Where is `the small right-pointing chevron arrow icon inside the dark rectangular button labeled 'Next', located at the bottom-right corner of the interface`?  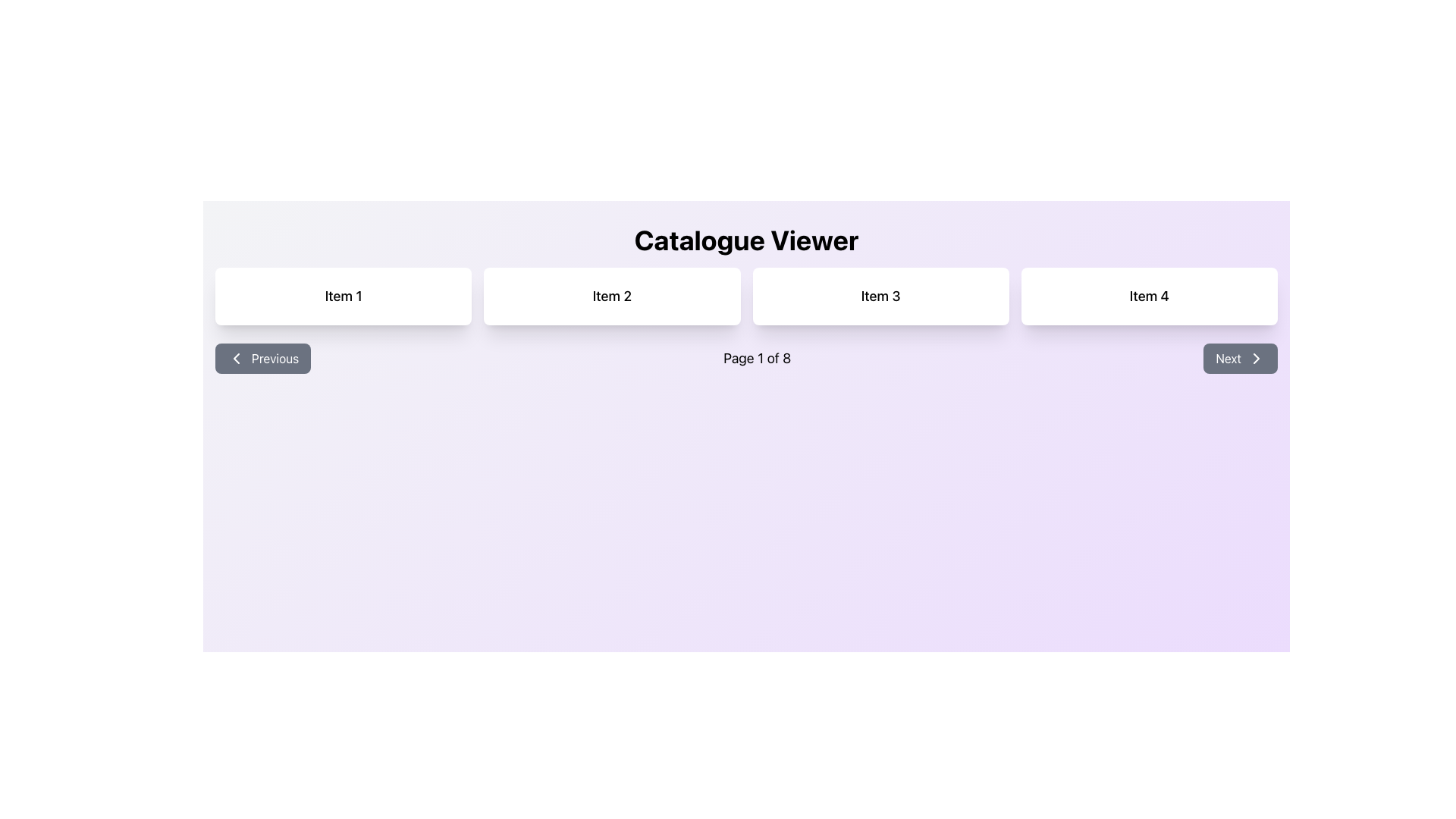 the small right-pointing chevron arrow icon inside the dark rectangular button labeled 'Next', located at the bottom-right corner of the interface is located at coordinates (1256, 359).